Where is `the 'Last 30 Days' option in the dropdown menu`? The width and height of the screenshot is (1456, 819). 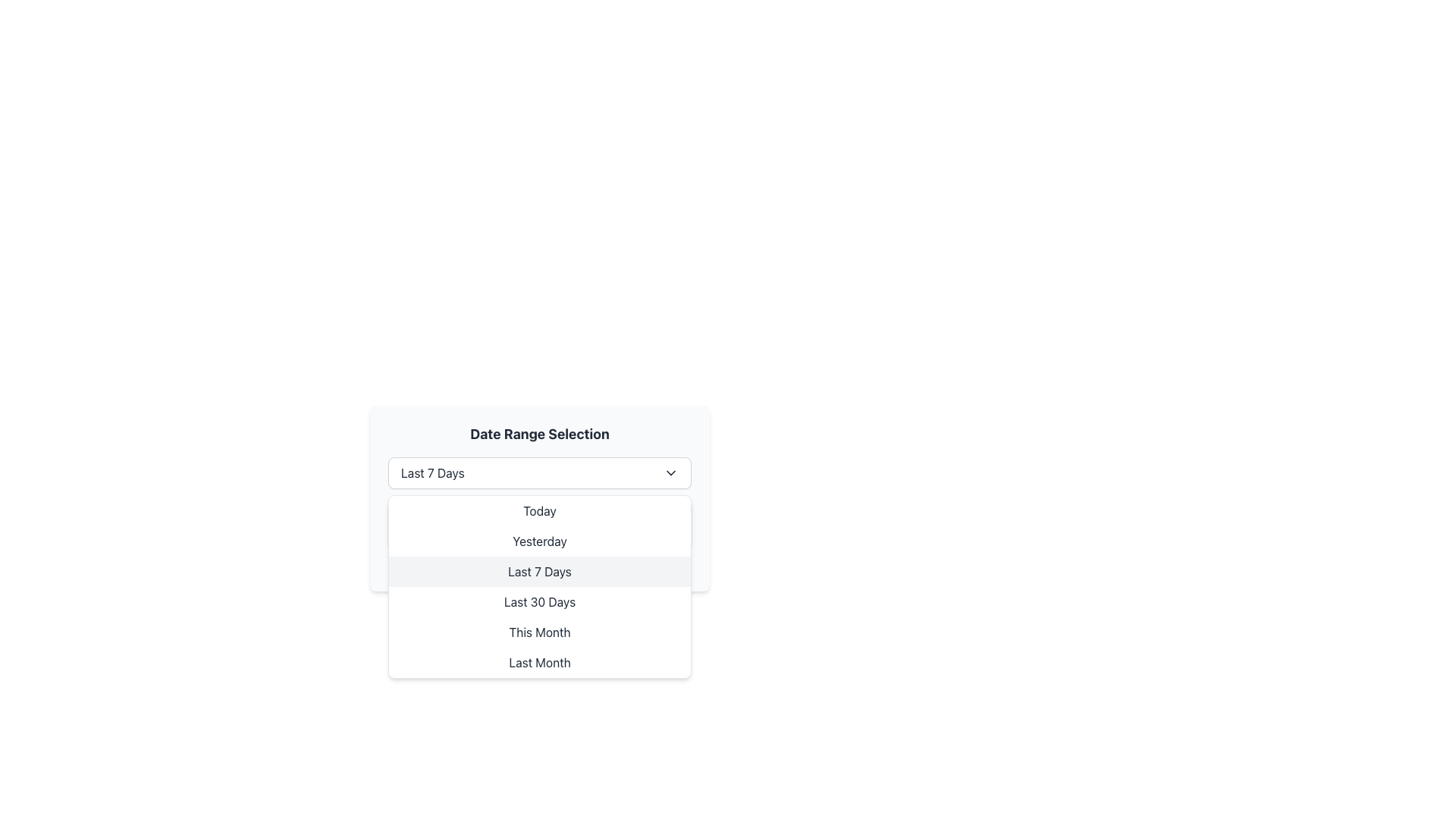
the 'Last 30 Days' option in the dropdown menu is located at coordinates (539, 601).